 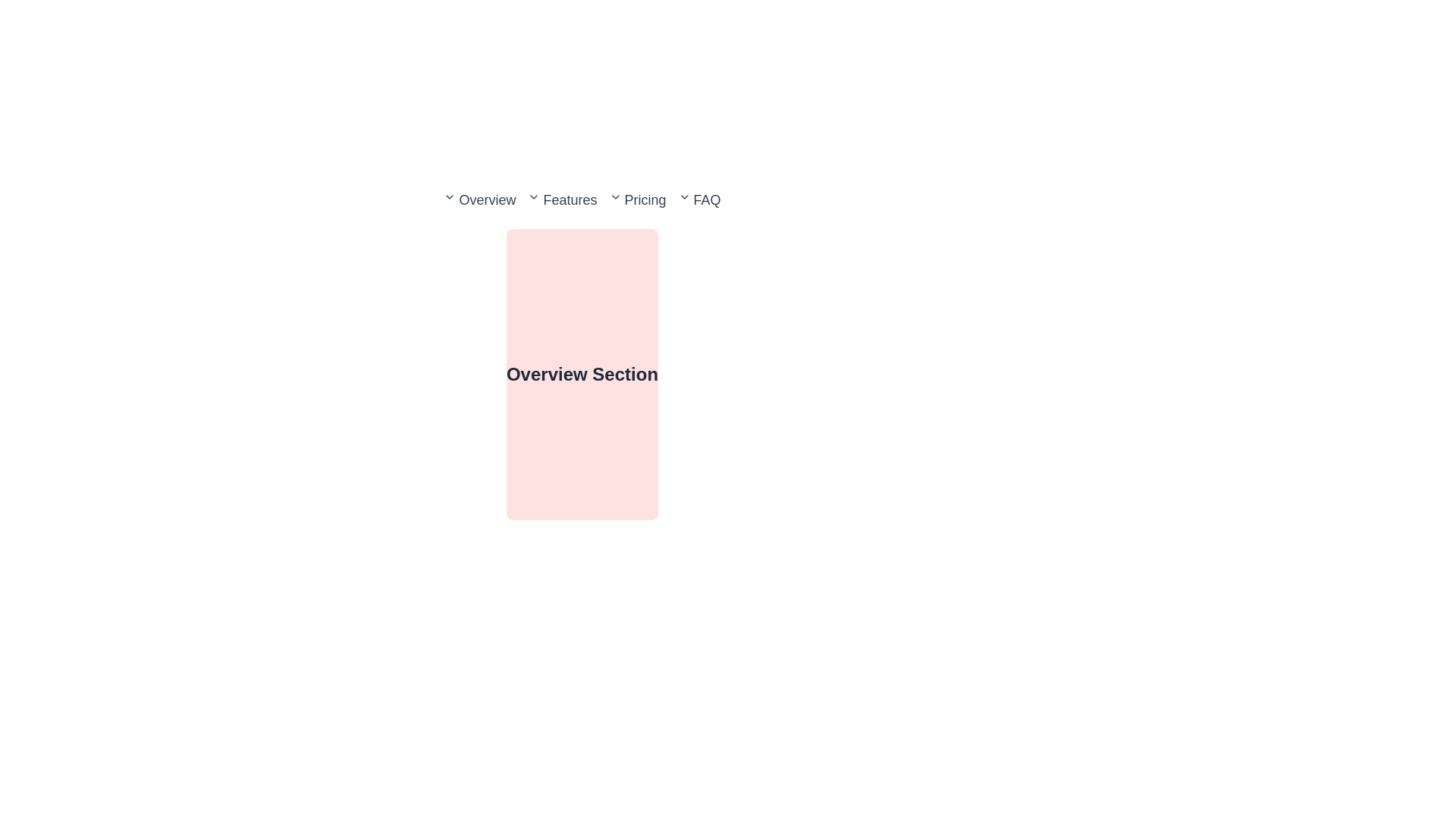 I want to click on the 'Features' hyperlink, which is styled with gray text and has a downward chevron icon, so click(x=561, y=199).